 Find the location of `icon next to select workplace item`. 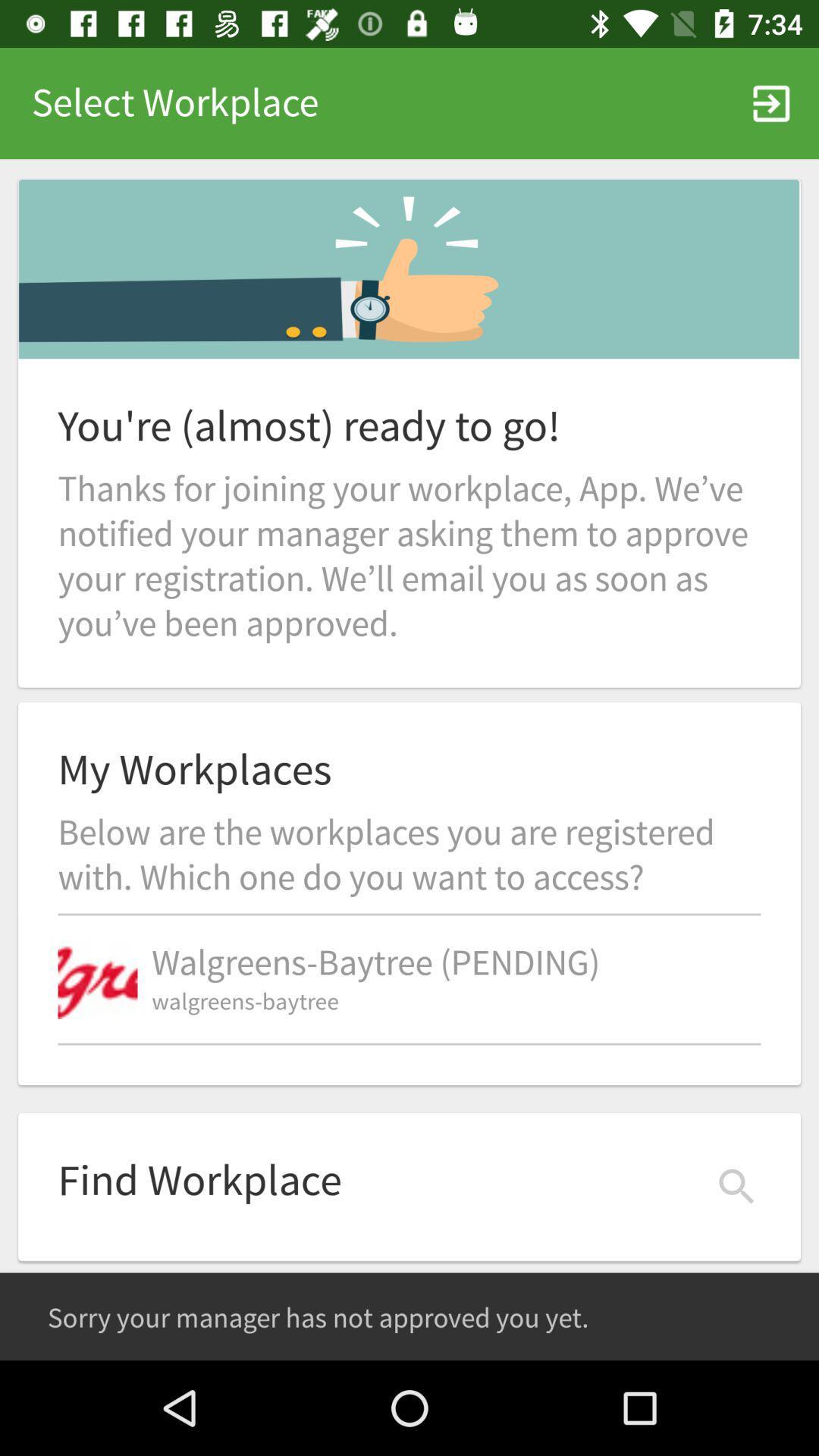

icon next to select workplace item is located at coordinates (771, 102).